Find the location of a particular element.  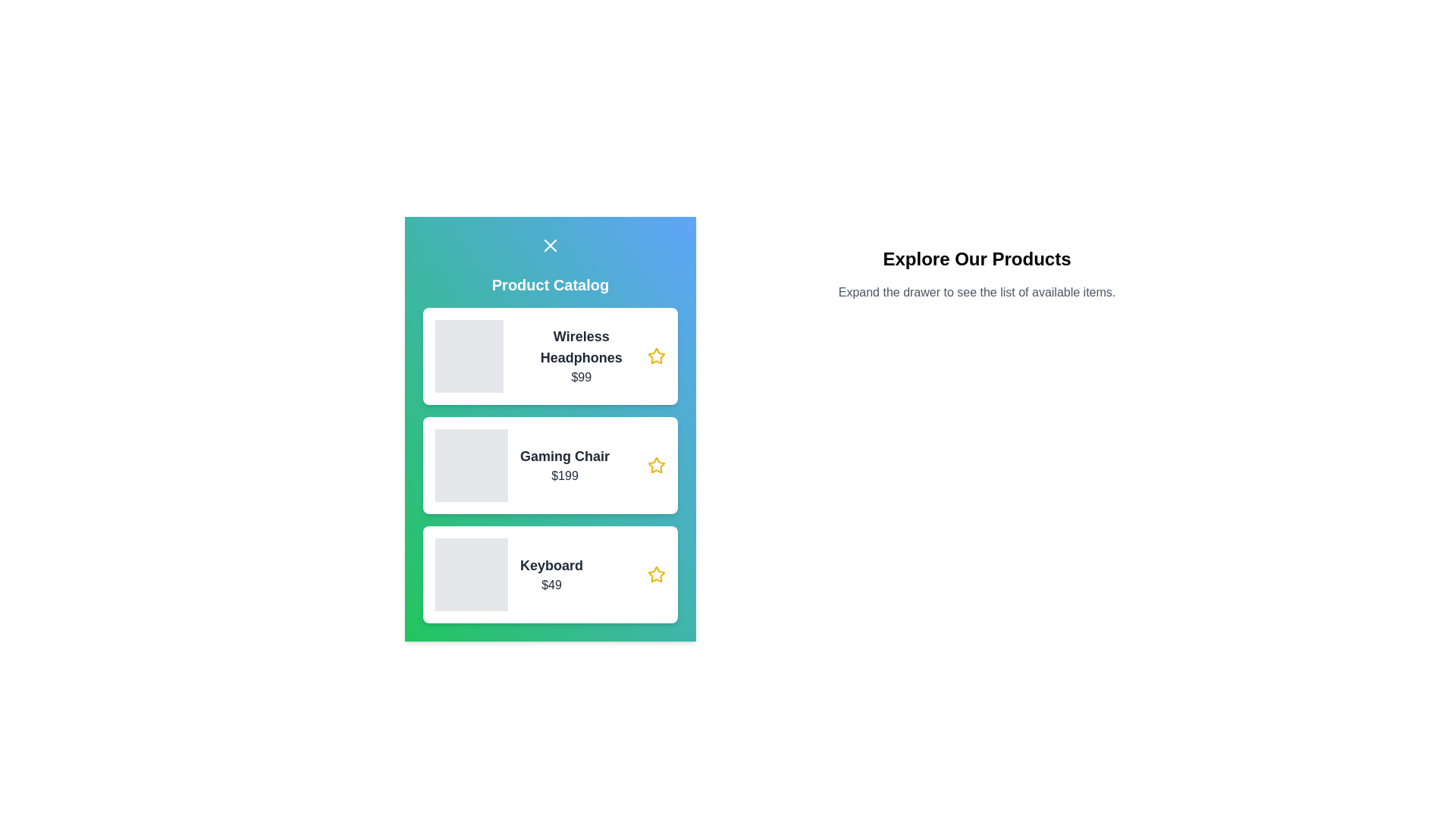

the container of the product named Wireless Headphones is located at coordinates (549, 356).